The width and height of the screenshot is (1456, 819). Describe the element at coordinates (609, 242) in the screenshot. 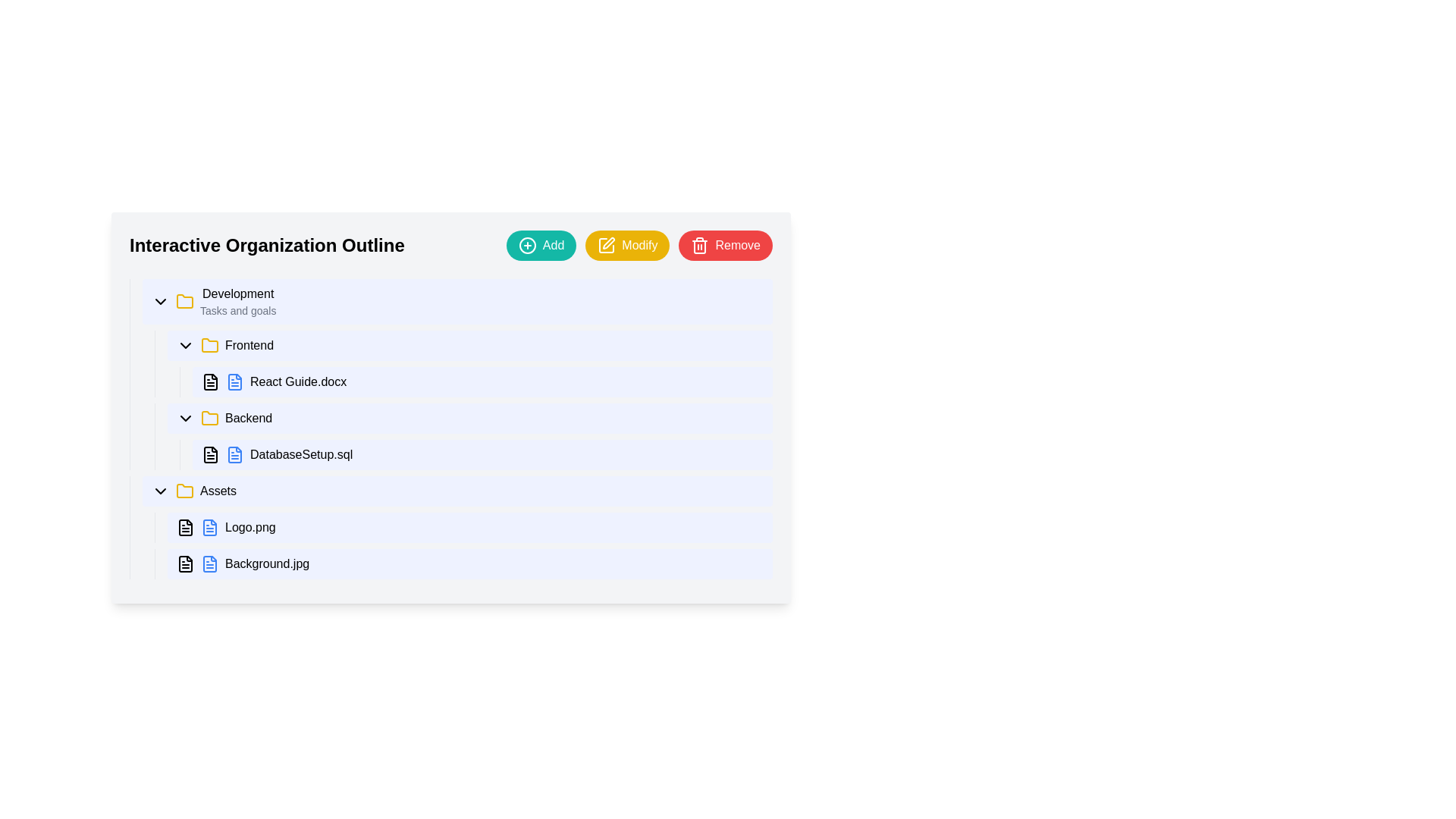

I see `the pen graphic icon located within the 'Modify' button in the top-right corner of the application's interface` at that location.